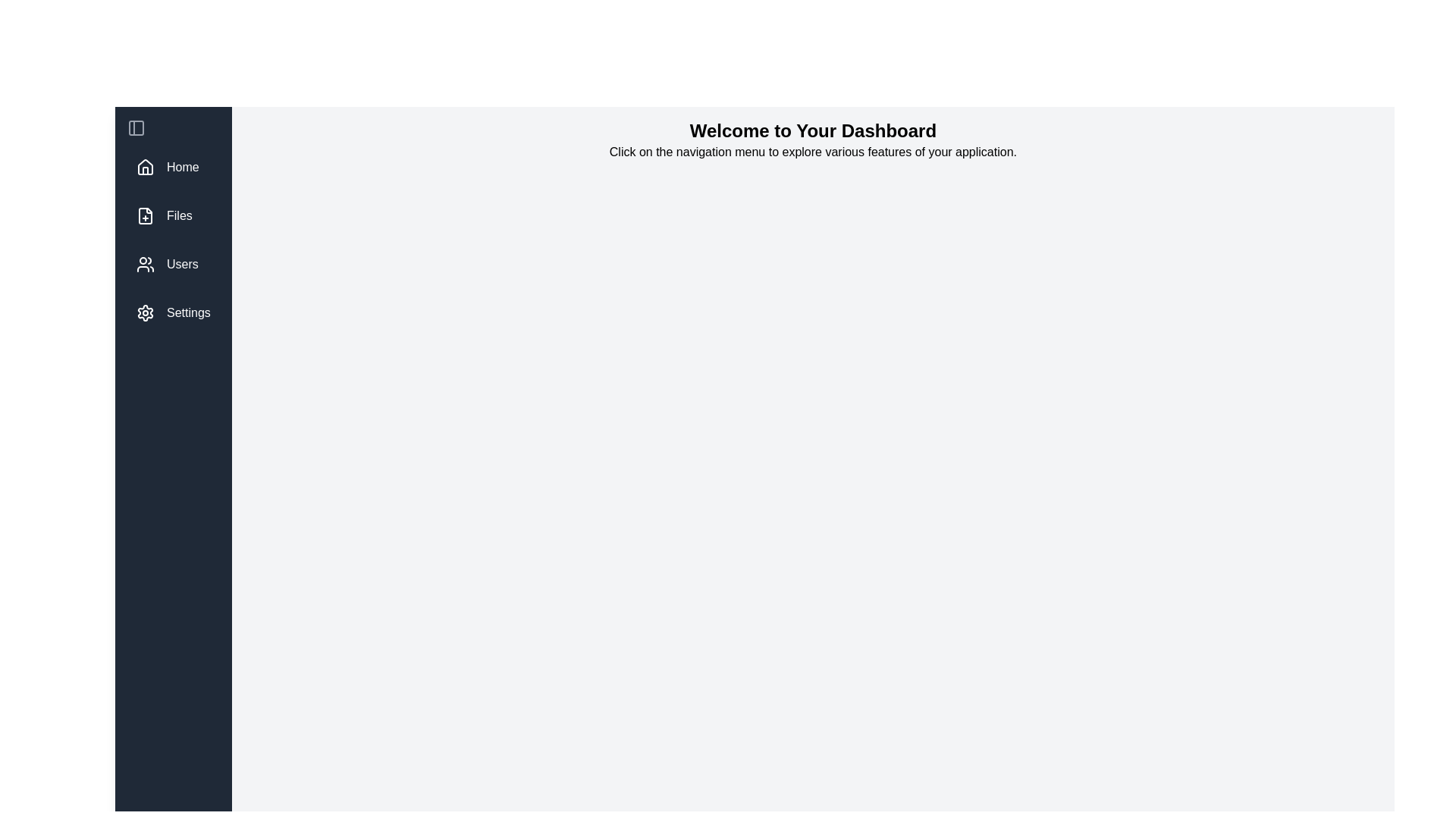 Image resolution: width=1456 pixels, height=819 pixels. What do you see at coordinates (179, 216) in the screenshot?
I see `the 'Files' label in the navigation menu, which is positioned to the right of the file icon and is the second menu option` at bounding box center [179, 216].